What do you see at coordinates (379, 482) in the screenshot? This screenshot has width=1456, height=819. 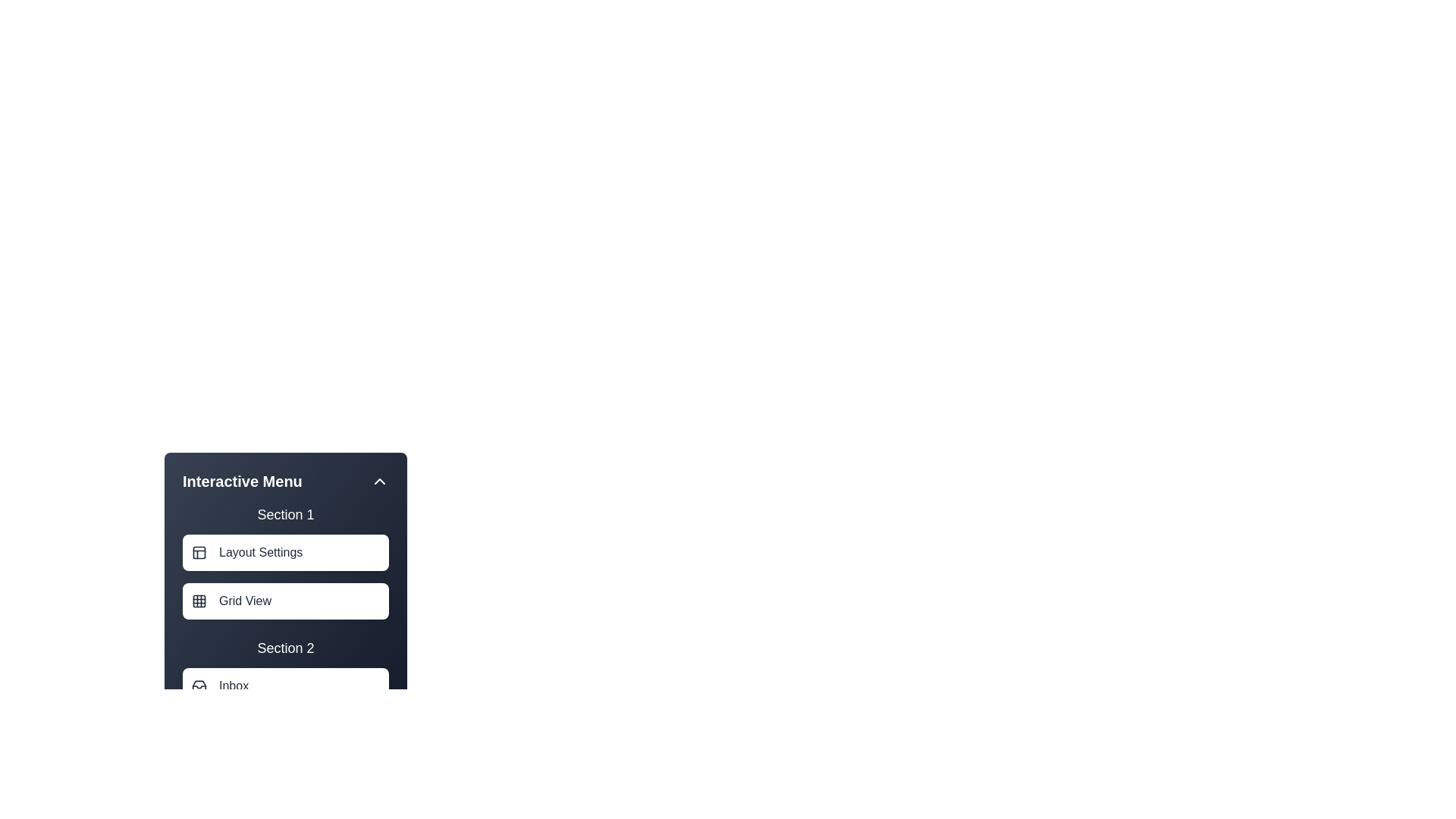 I see `the menu toggle button to toggle the menu visibility` at bounding box center [379, 482].